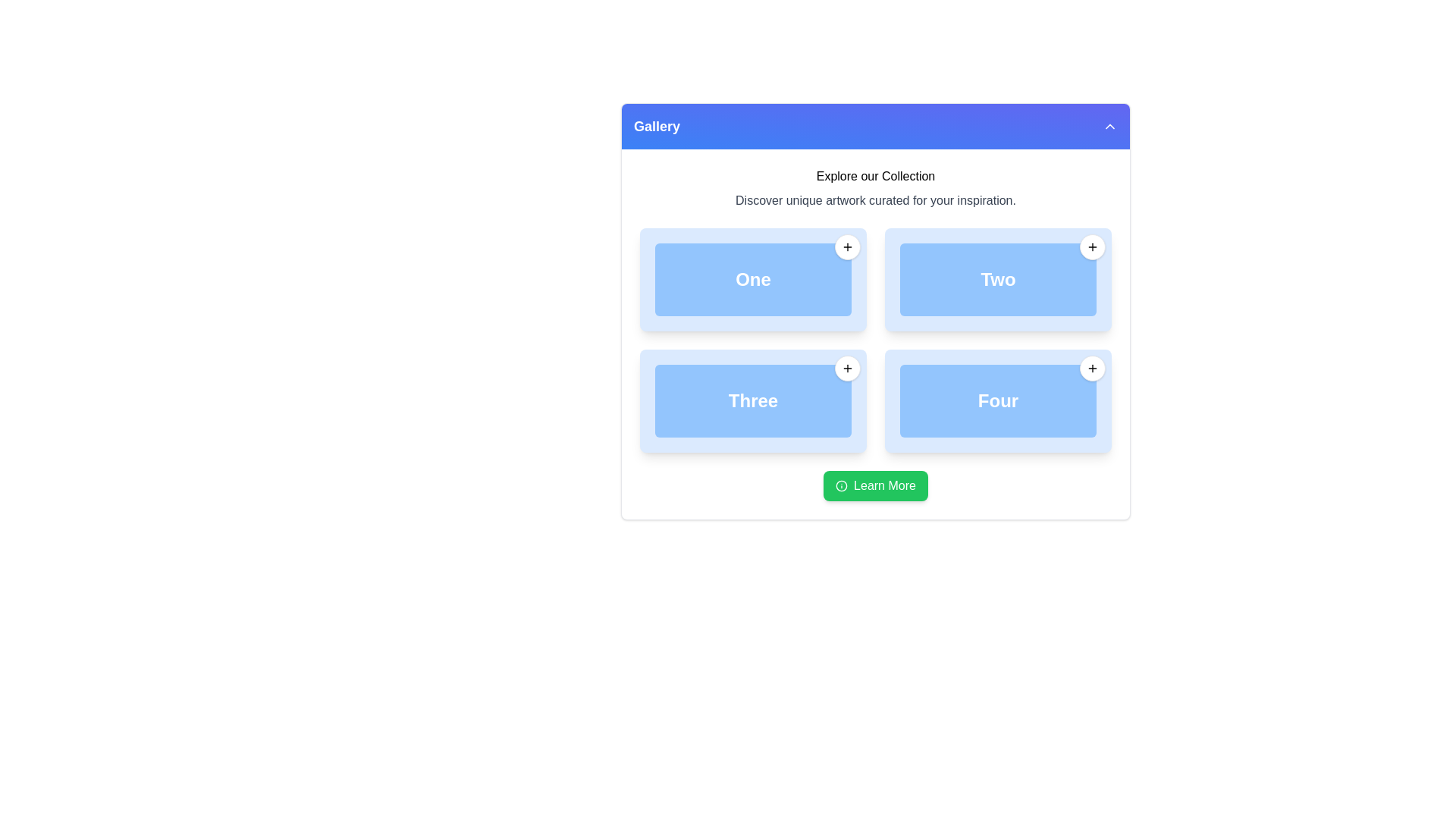 The image size is (1456, 819). What do you see at coordinates (1092, 369) in the screenshot?
I see `the 'Add' button located in the top-right corner of the card labeled 'Four'` at bounding box center [1092, 369].